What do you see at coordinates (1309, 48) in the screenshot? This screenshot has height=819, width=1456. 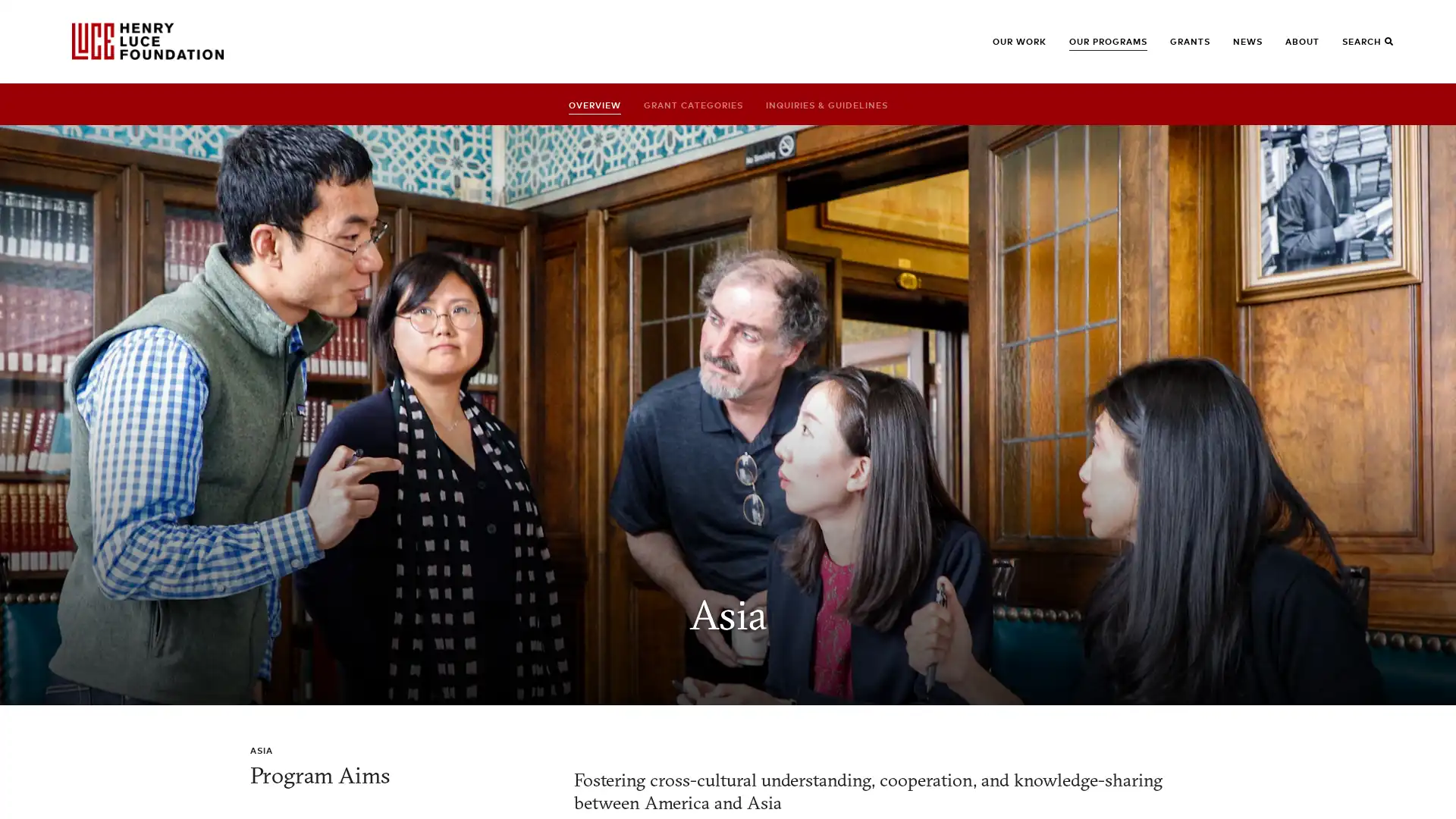 I see `SHOW SUBMENU FOR ABOUT` at bounding box center [1309, 48].